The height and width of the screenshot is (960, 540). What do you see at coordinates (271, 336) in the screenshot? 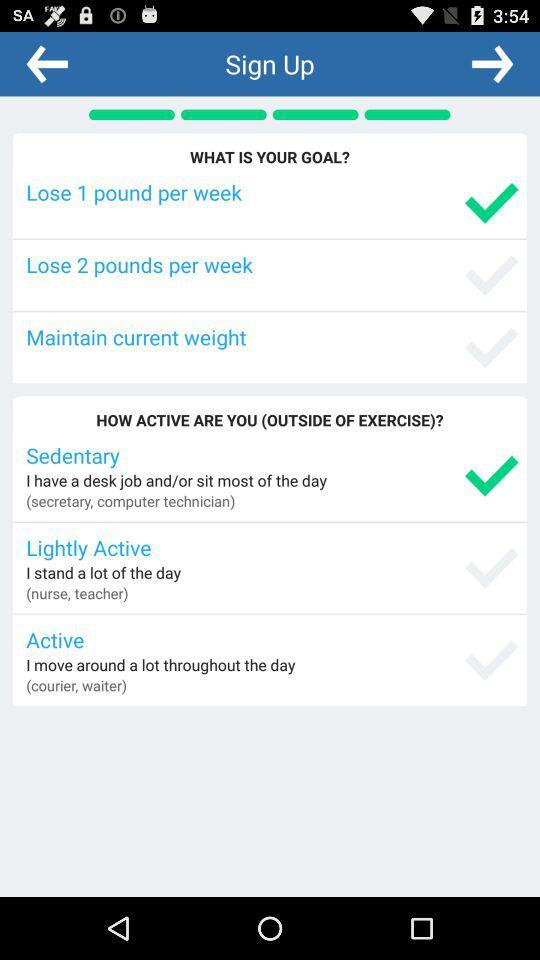
I see `the app above the how active are item` at bounding box center [271, 336].